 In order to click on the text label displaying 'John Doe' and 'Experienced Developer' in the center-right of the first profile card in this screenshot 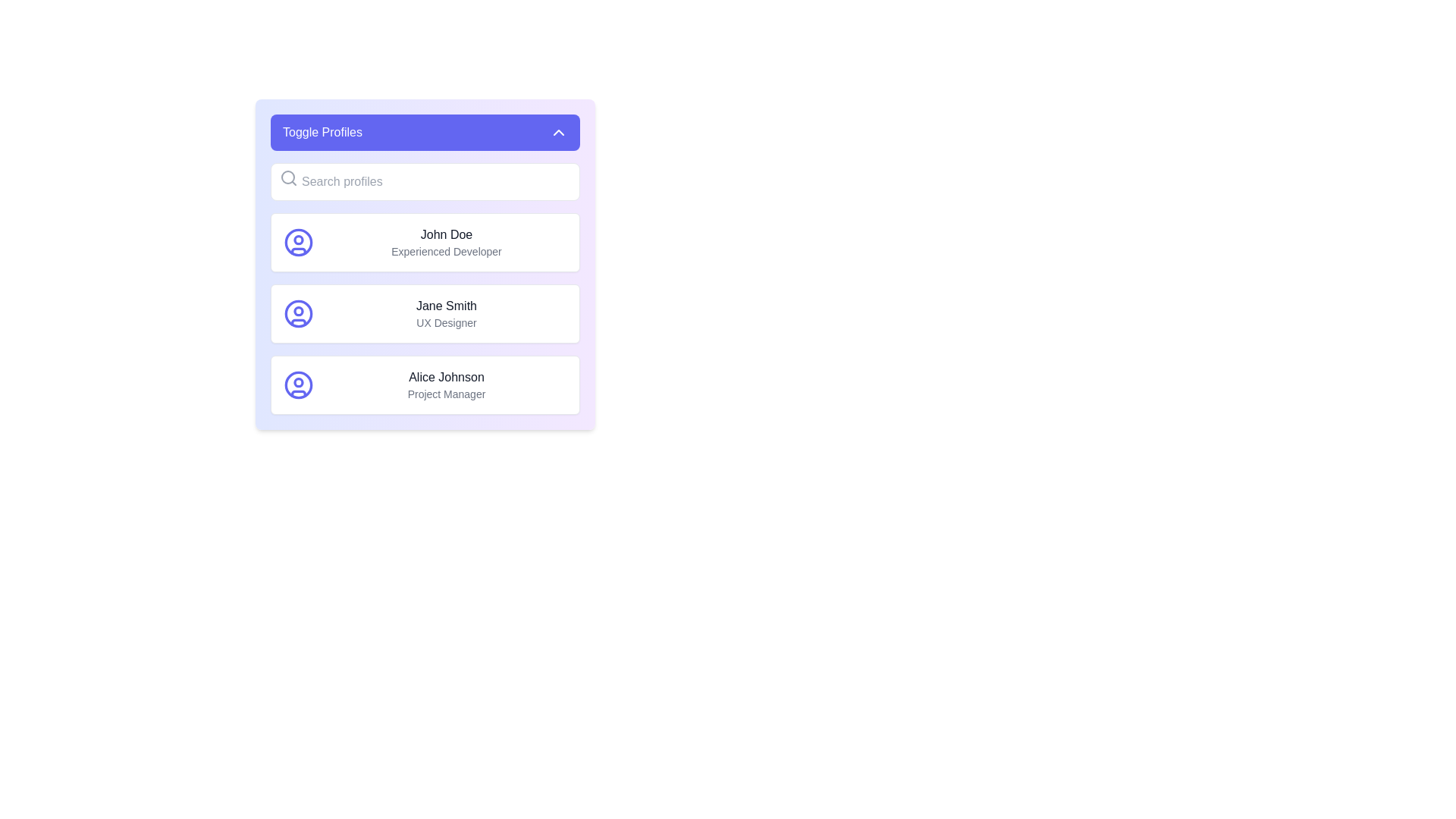, I will do `click(446, 242)`.